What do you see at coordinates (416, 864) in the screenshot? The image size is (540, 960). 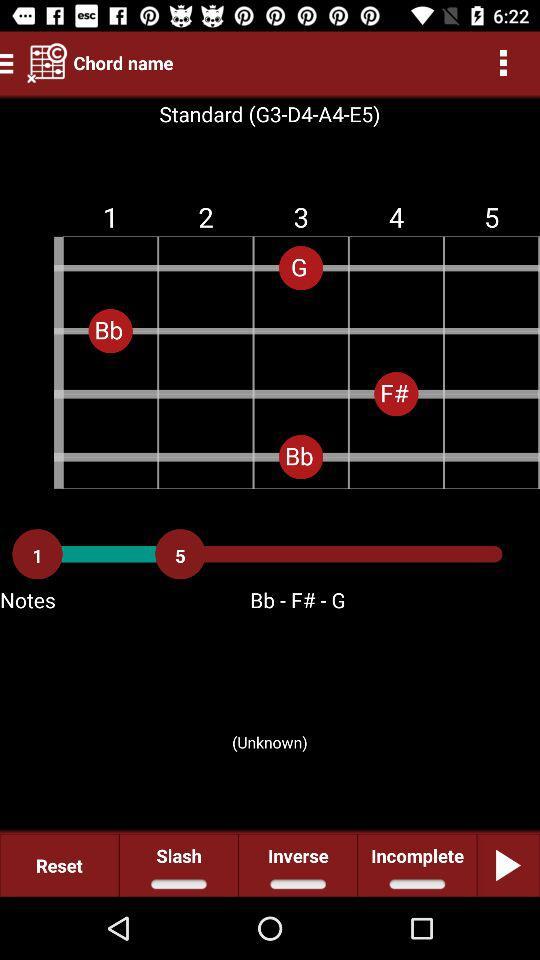 I see `the incomplete item` at bounding box center [416, 864].